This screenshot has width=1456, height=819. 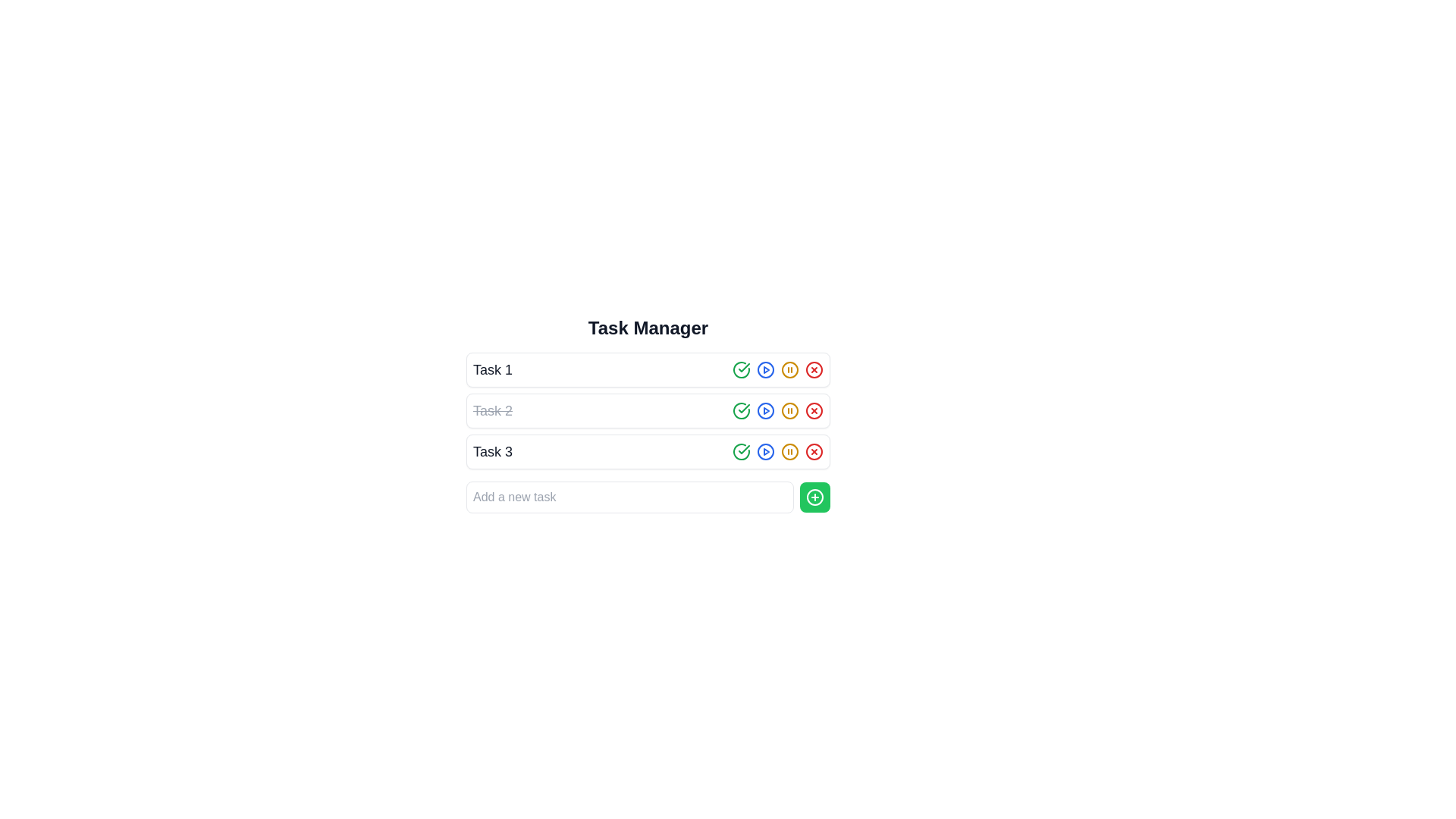 I want to click on the button that initiates or continues the action for 'Task 2', which is the second element from the left in the row of icons, so click(x=765, y=411).